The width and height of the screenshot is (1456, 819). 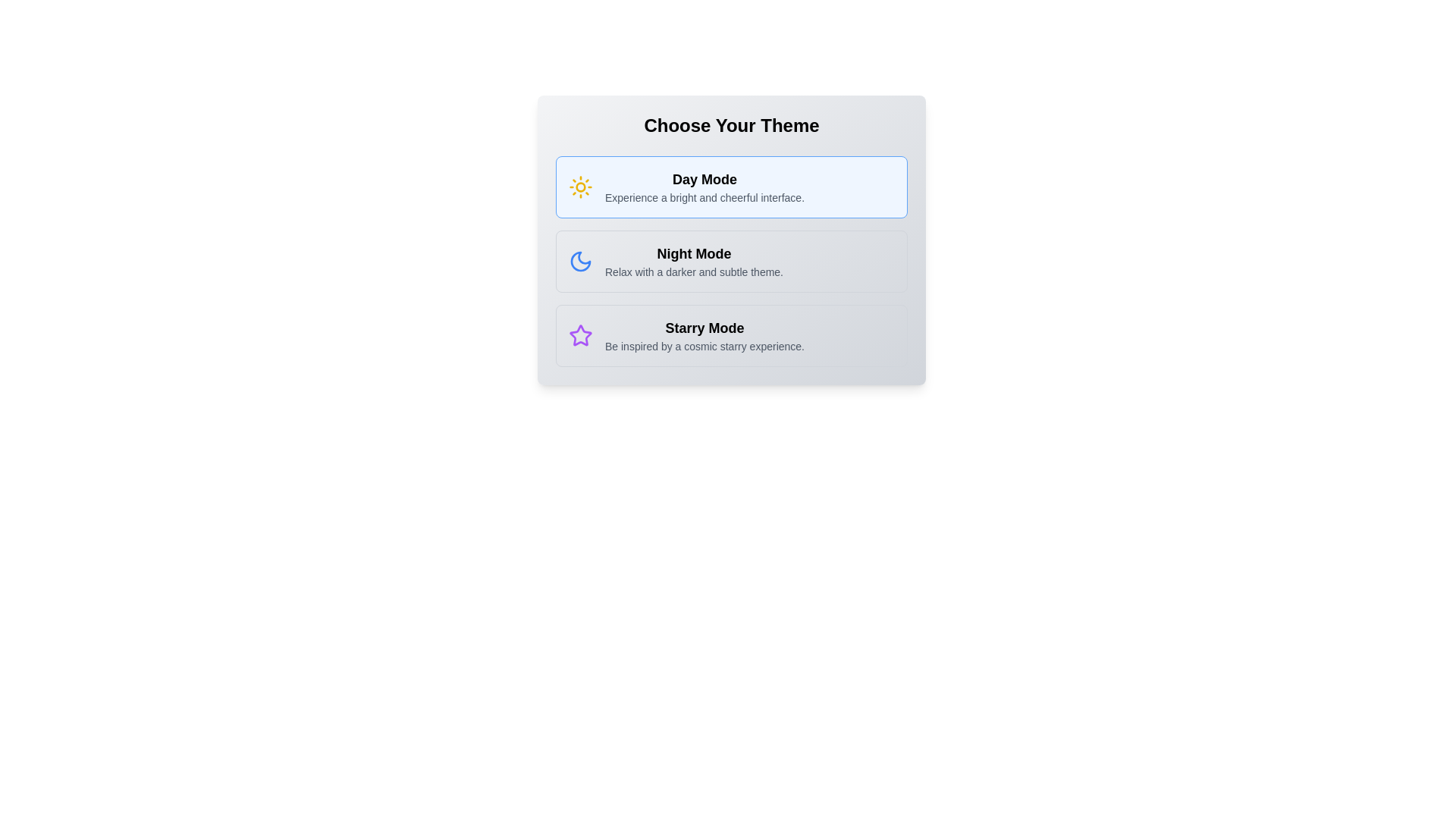 What do you see at coordinates (731, 124) in the screenshot?
I see `the static text heading that reads 'Choose Your Theme', which is bold and centrally aligned at the top of a card-like section` at bounding box center [731, 124].